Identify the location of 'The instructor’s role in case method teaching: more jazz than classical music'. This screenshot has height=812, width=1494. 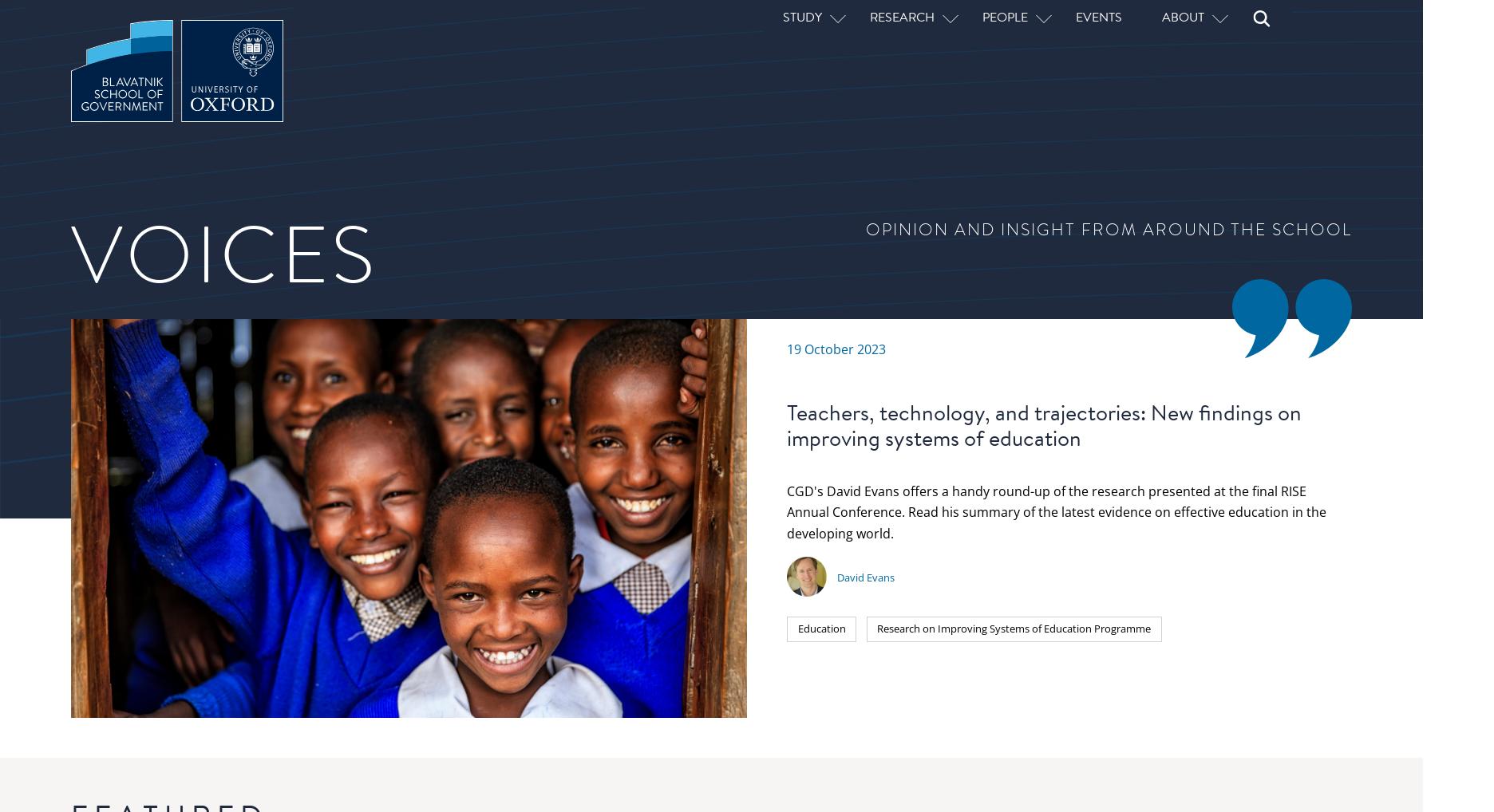
(951, 611).